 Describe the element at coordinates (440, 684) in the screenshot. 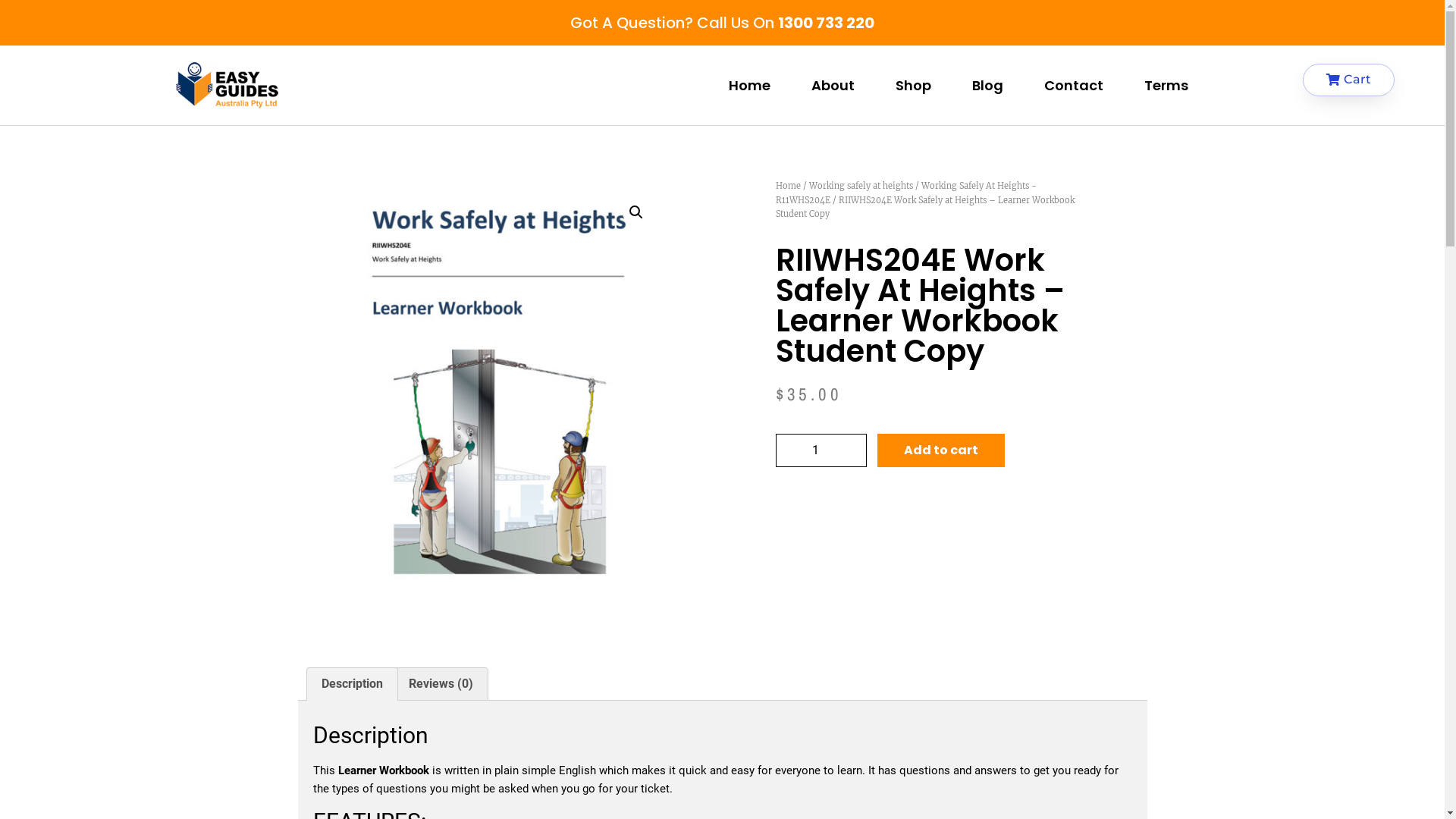

I see `'Reviews (0)'` at that location.